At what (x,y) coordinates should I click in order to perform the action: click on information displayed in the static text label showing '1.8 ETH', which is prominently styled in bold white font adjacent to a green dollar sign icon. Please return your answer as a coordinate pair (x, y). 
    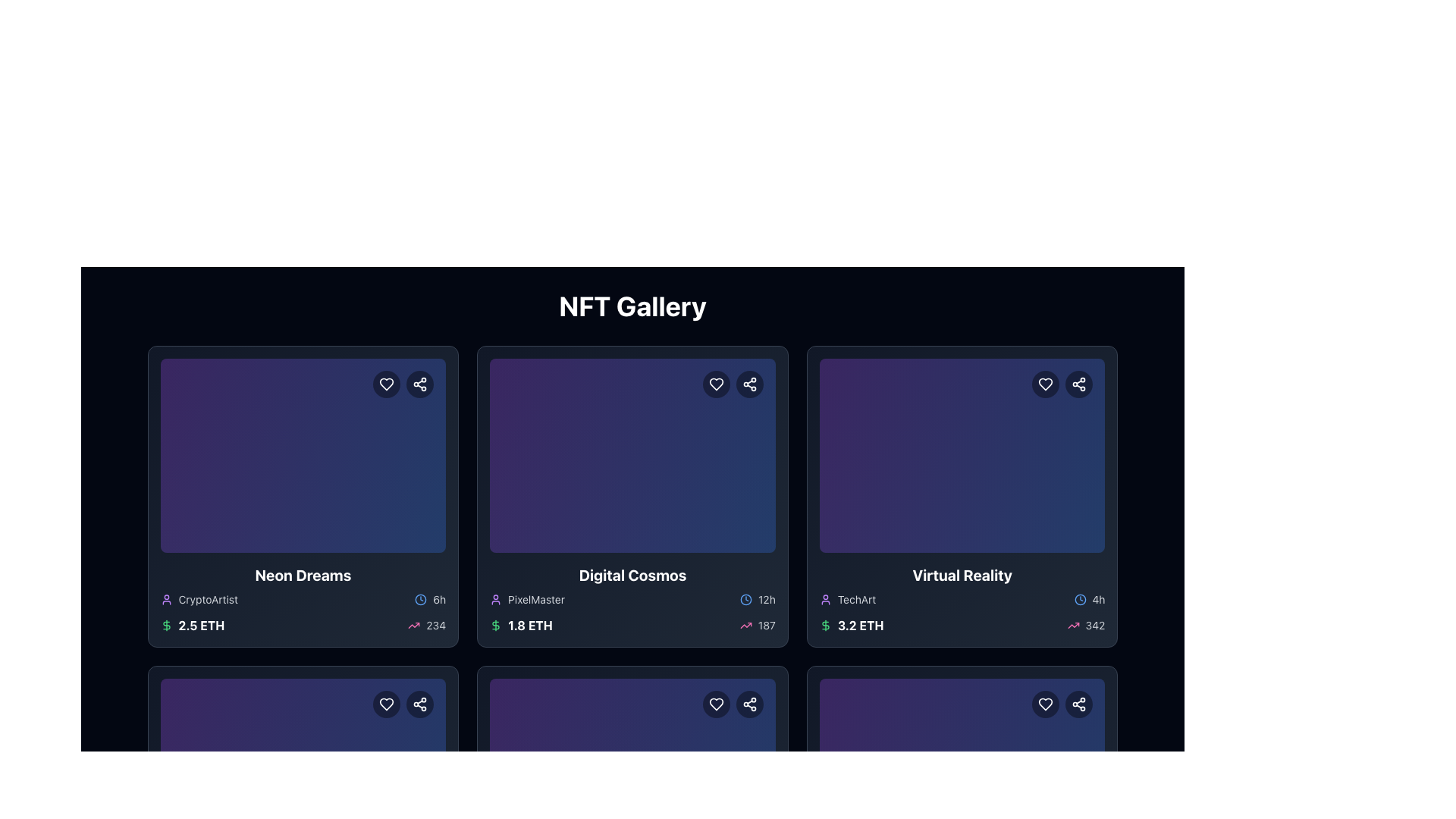
    Looking at the image, I should click on (530, 626).